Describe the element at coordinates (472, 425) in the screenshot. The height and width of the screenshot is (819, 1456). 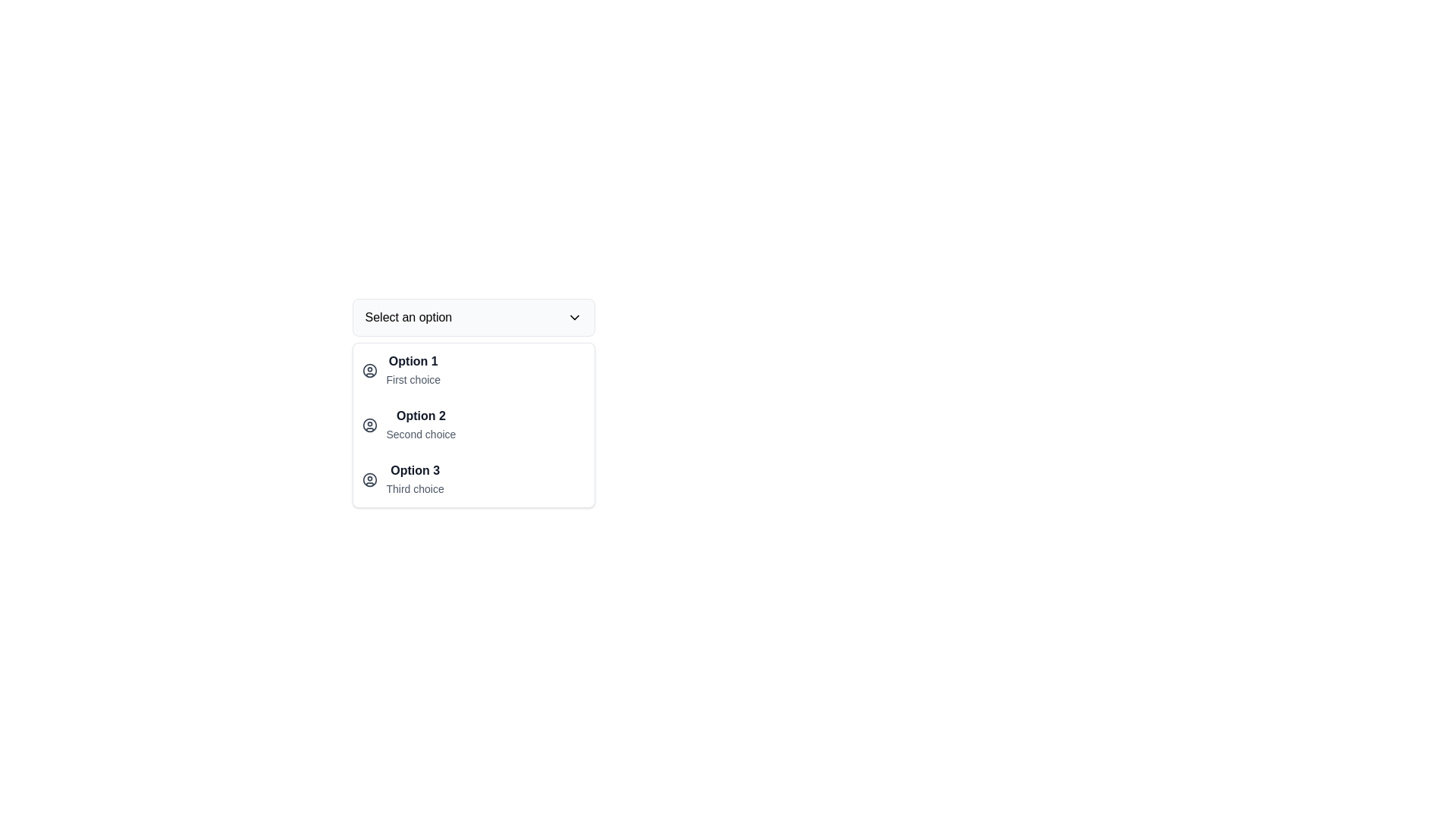
I see `the second option in the dropdown menu` at that location.